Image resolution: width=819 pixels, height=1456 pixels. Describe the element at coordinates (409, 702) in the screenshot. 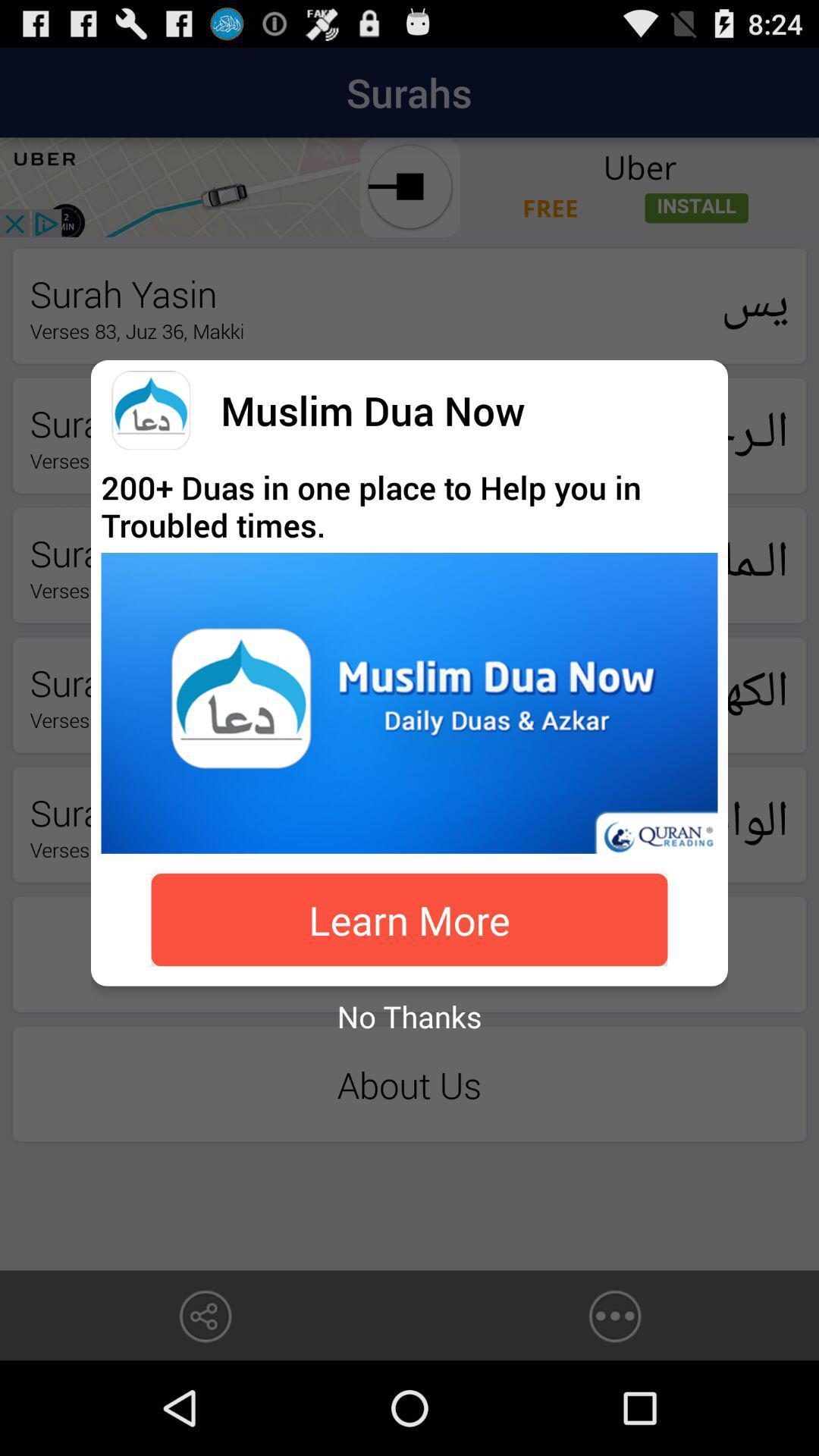

I see `open advertisement` at that location.